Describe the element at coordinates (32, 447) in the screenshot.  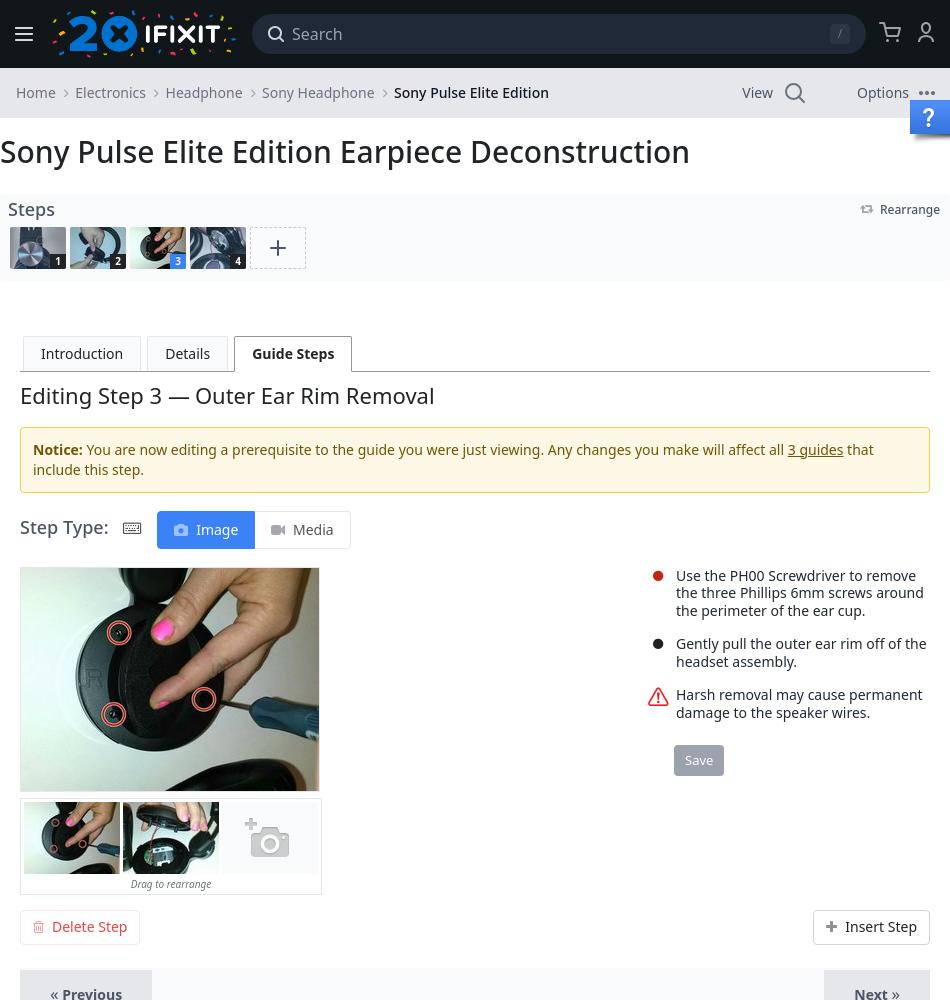
I see `'Notice:'` at that location.